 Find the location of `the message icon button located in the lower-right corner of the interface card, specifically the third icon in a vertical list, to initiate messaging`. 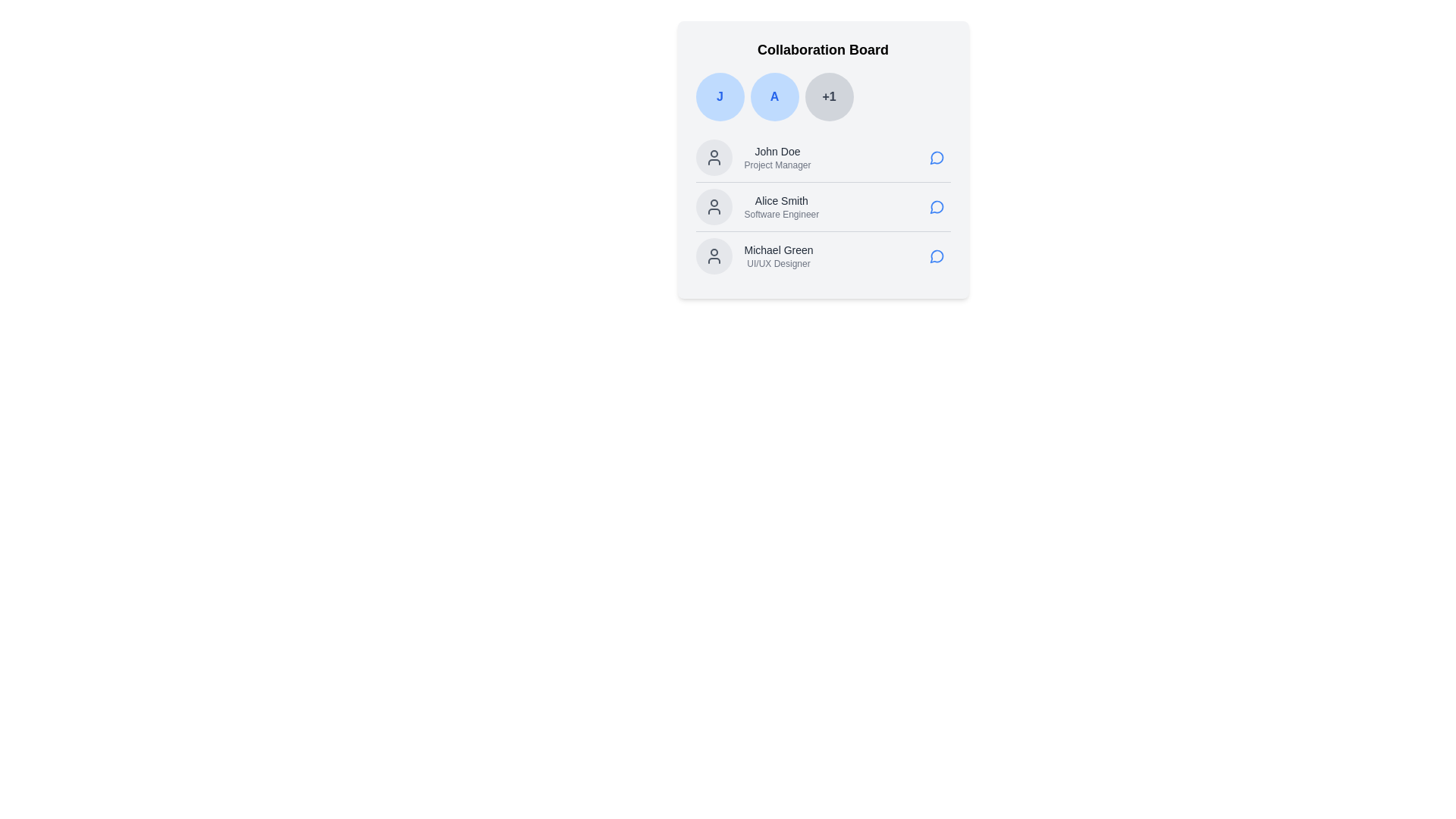

the message icon button located in the lower-right corner of the interface card, specifically the third icon in a vertical list, to initiate messaging is located at coordinates (936, 256).